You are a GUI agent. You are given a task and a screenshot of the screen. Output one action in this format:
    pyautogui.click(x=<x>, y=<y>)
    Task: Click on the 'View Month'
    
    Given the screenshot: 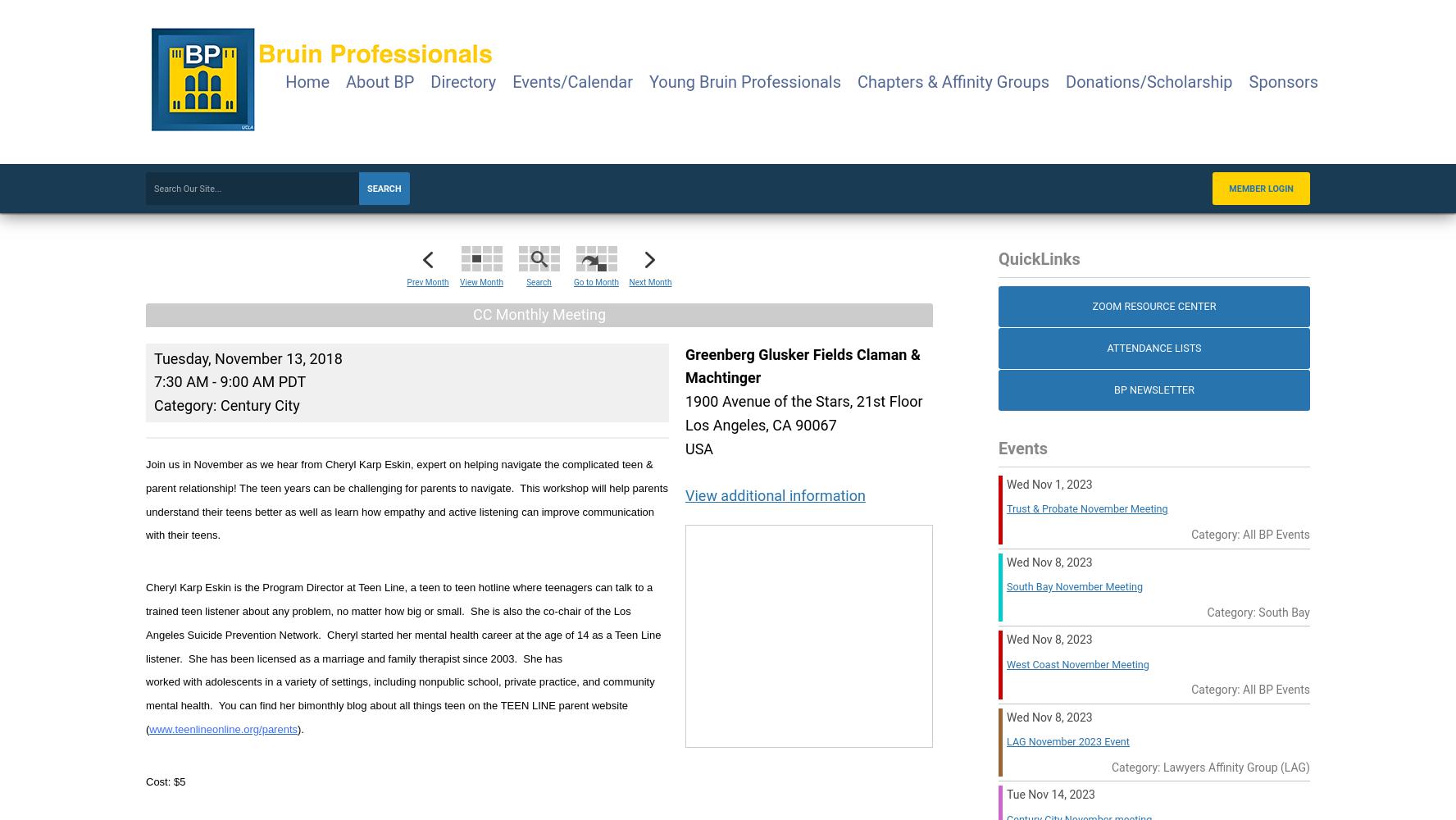 What is the action you would take?
    pyautogui.click(x=480, y=281)
    